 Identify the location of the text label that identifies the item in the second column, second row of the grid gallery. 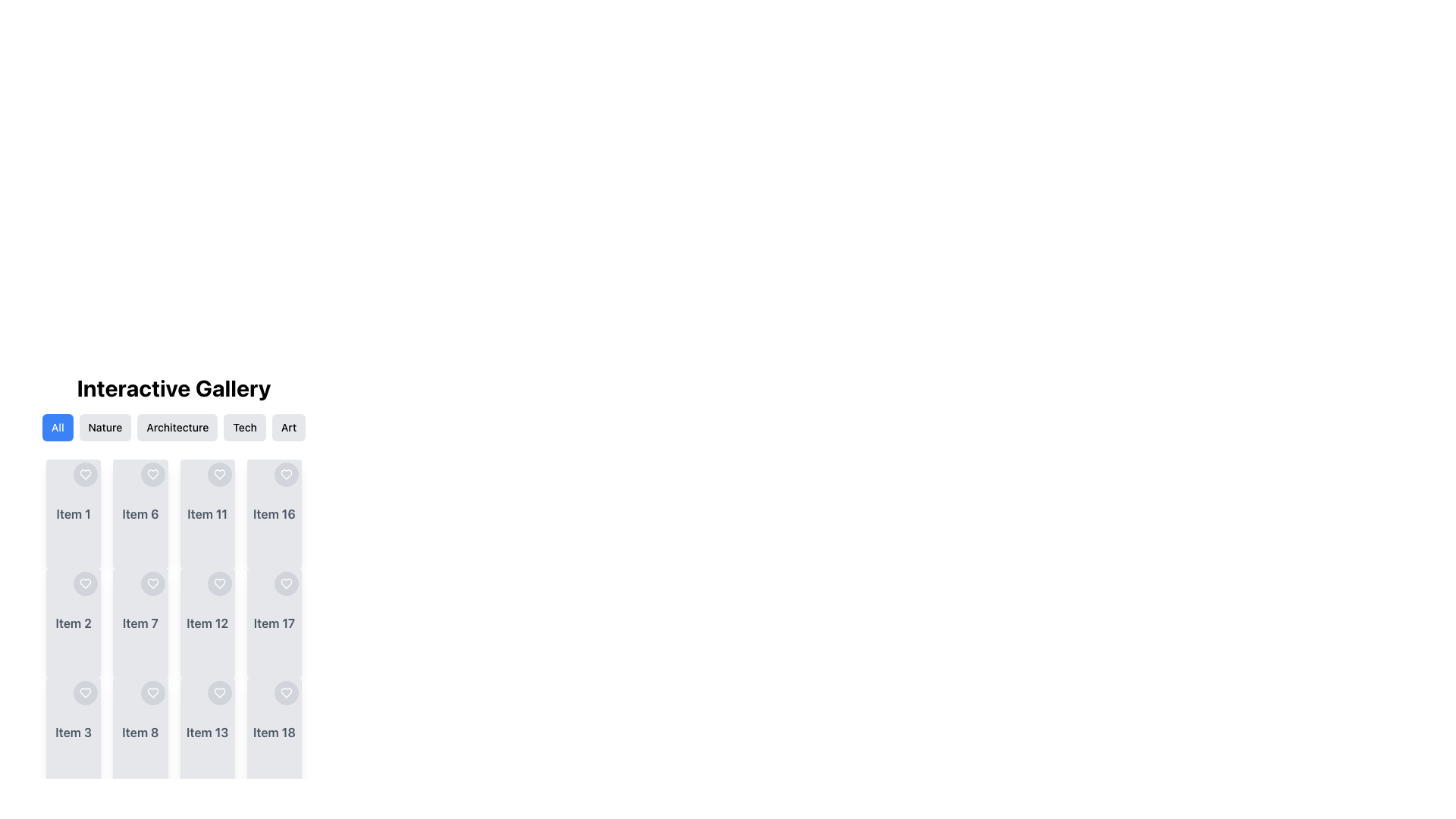
(140, 623).